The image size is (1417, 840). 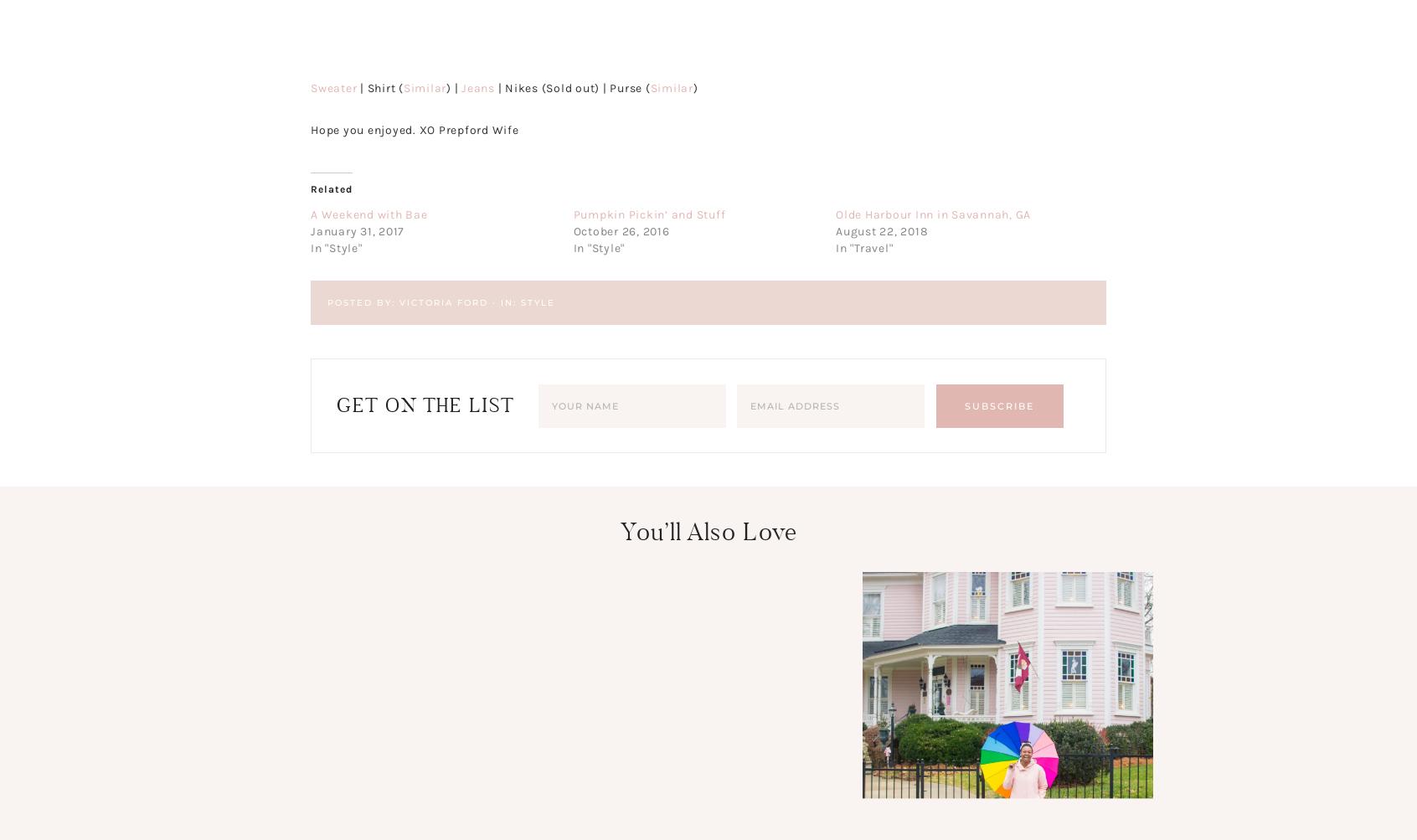 I want to click on ') |', so click(x=446, y=86).